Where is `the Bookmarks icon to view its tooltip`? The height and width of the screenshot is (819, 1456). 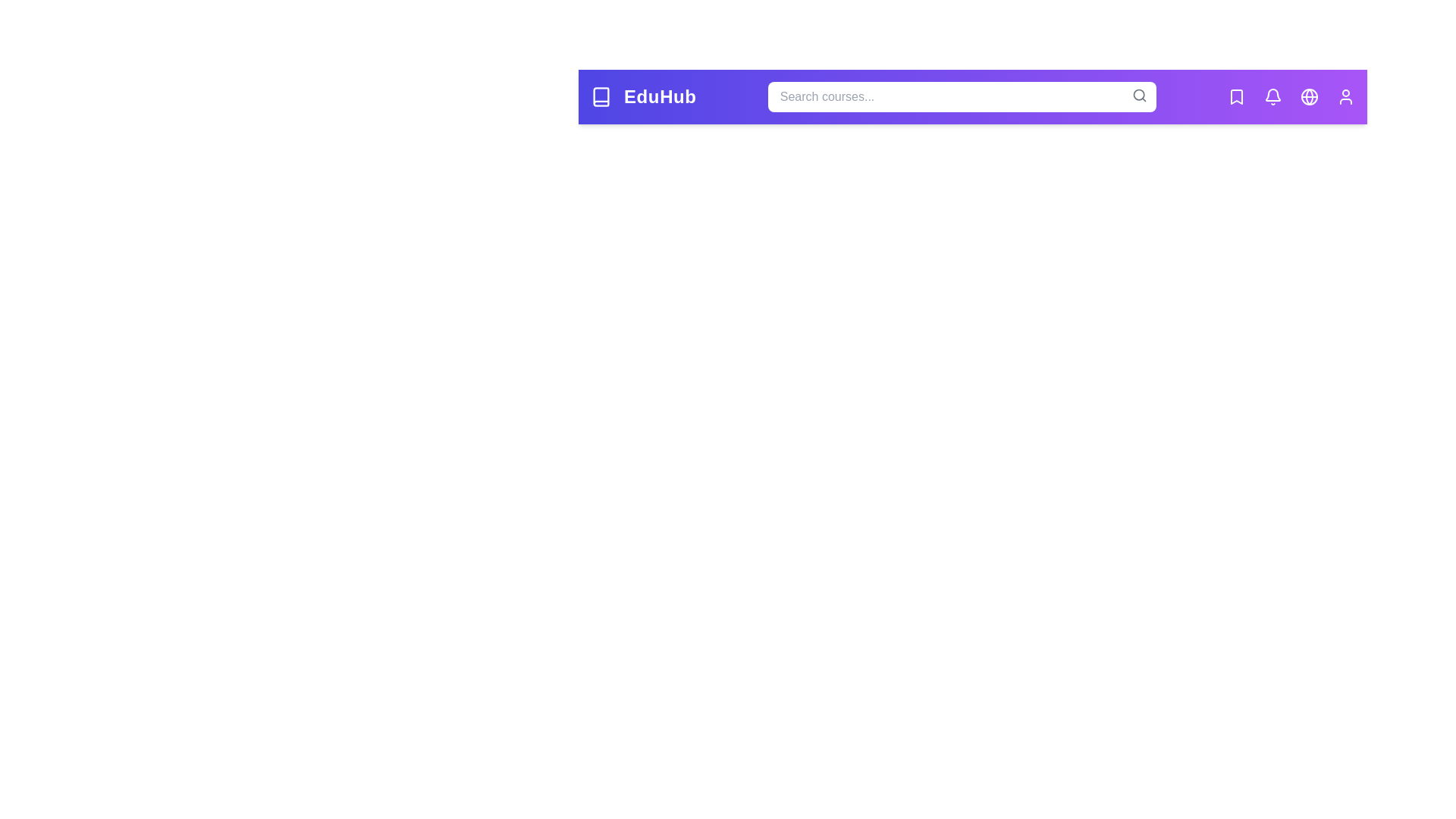 the Bookmarks icon to view its tooltip is located at coordinates (1237, 96).